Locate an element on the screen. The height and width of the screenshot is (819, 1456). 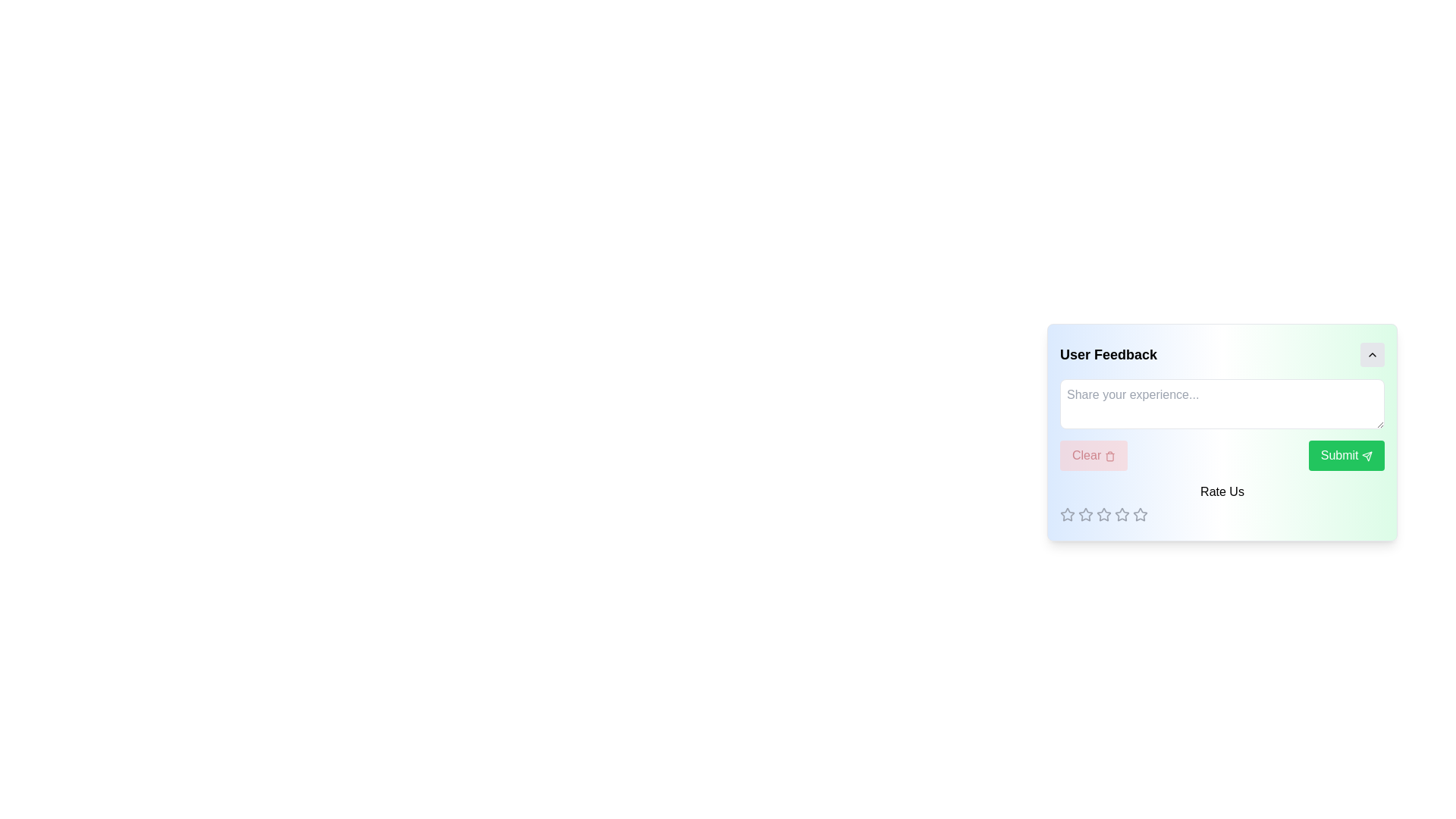
the 'Rate Us' text label, which is bold, centrally aligned, and positioned above the star icons for rating is located at coordinates (1222, 491).